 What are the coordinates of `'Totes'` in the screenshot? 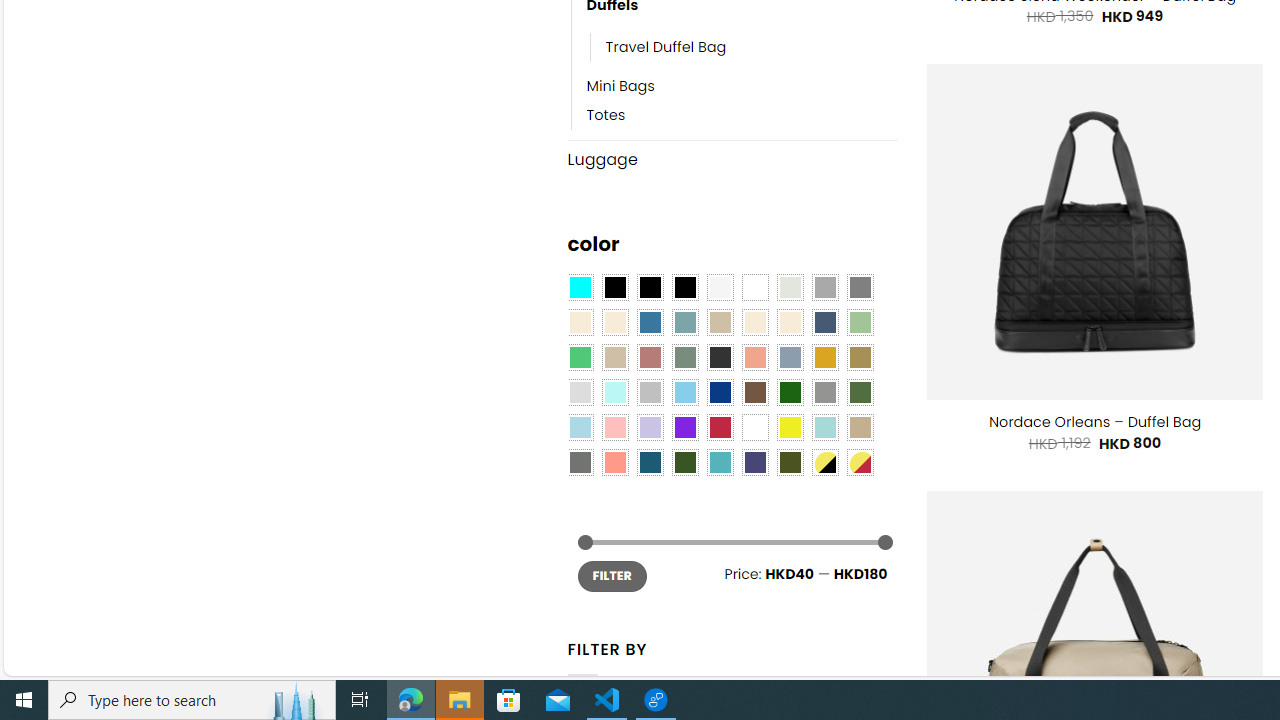 It's located at (741, 115).